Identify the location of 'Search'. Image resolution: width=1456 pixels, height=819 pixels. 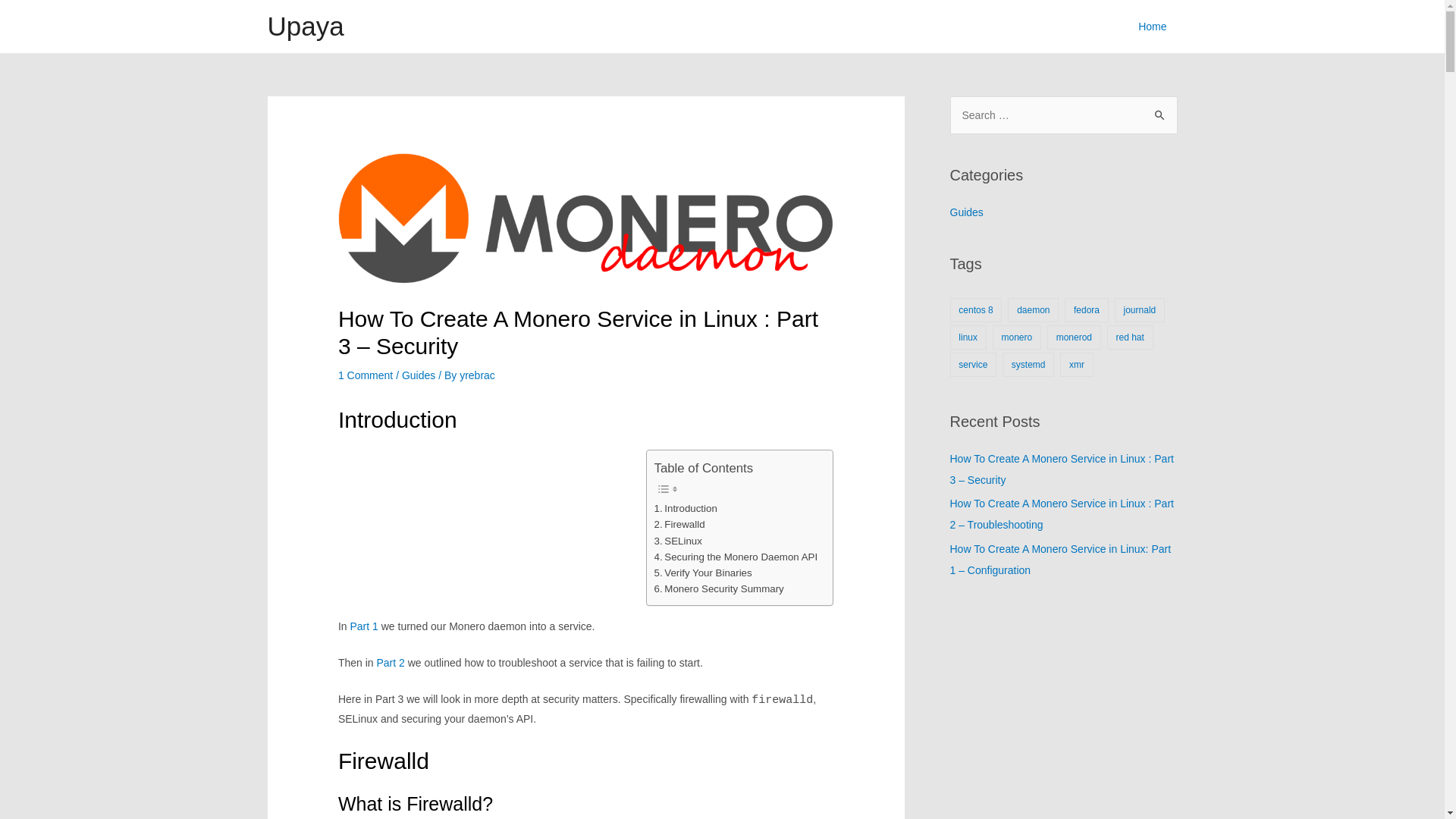
(1159, 110).